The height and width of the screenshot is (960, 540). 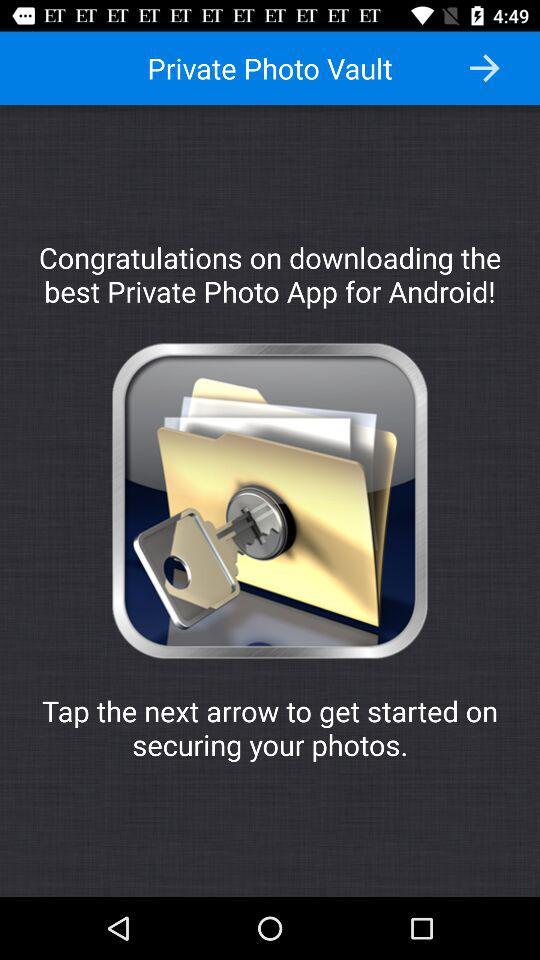 I want to click on icon to the right of the private photo vault icon, so click(x=483, y=68).